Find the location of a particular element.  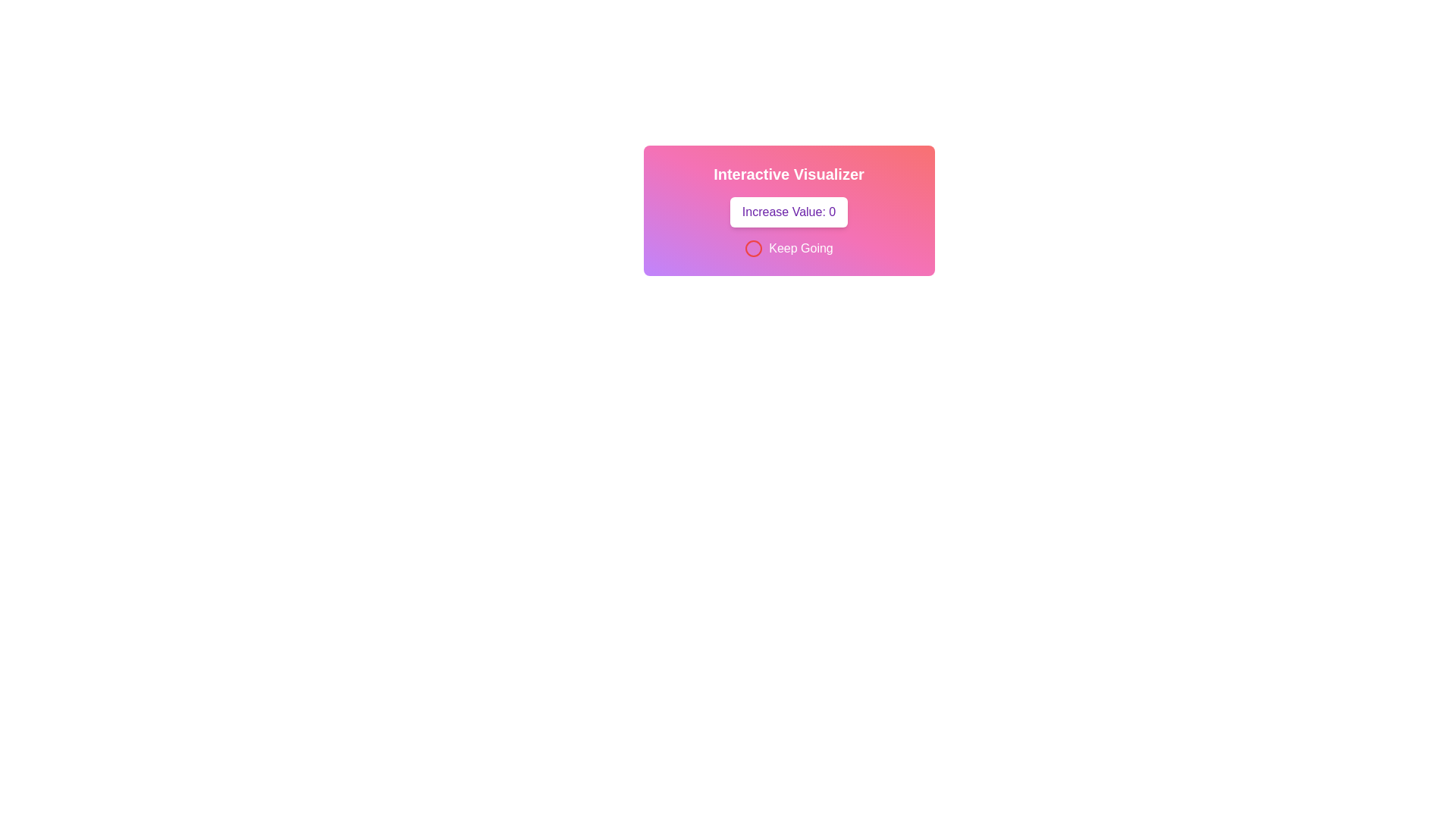

the informative or motivational text label located to the right of the circular icon within a colorful gradient-styled card is located at coordinates (800, 247).